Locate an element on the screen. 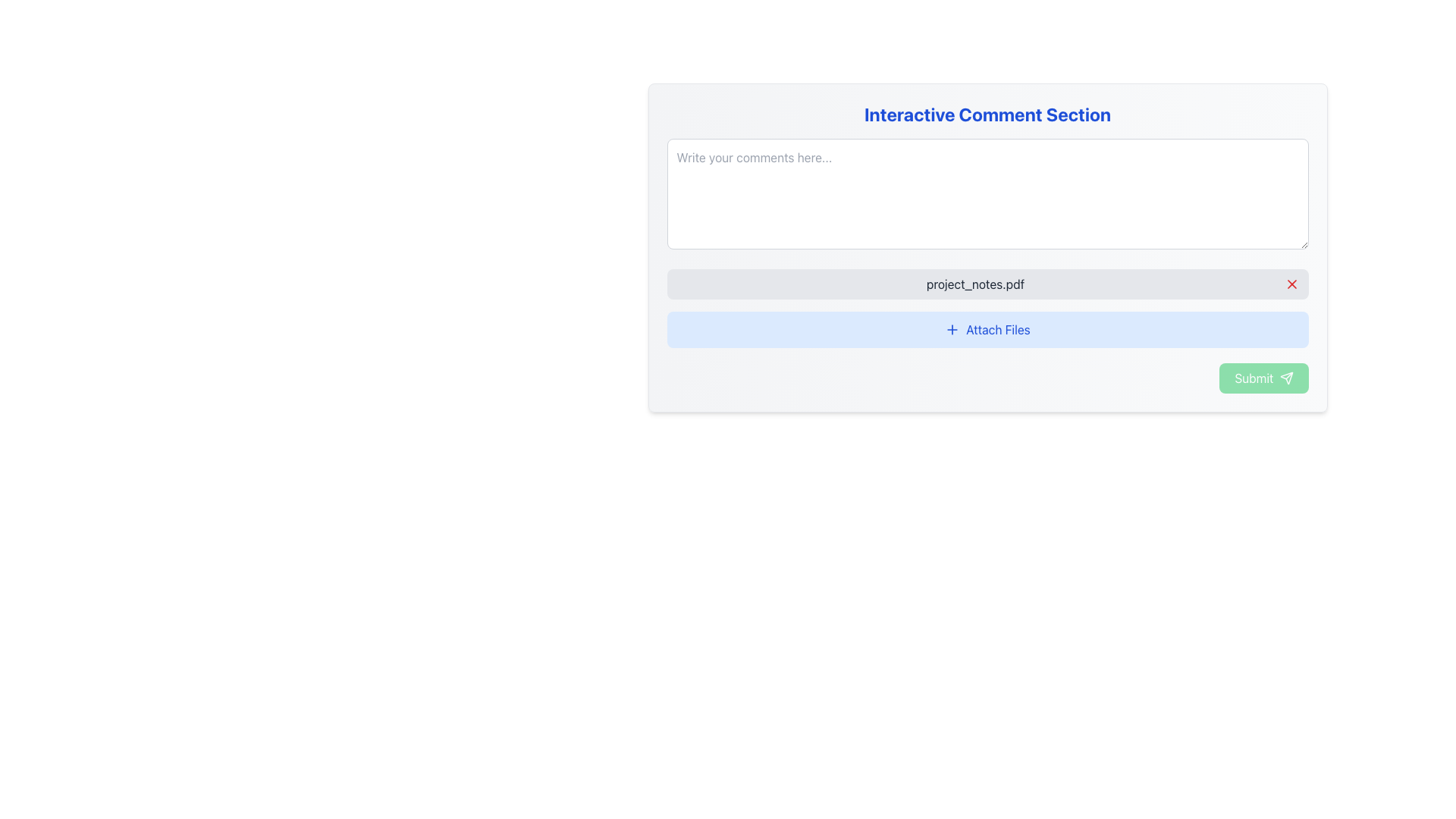 This screenshot has height=819, width=1456. the plus icon located within the 'Attach Files' button is located at coordinates (952, 329).